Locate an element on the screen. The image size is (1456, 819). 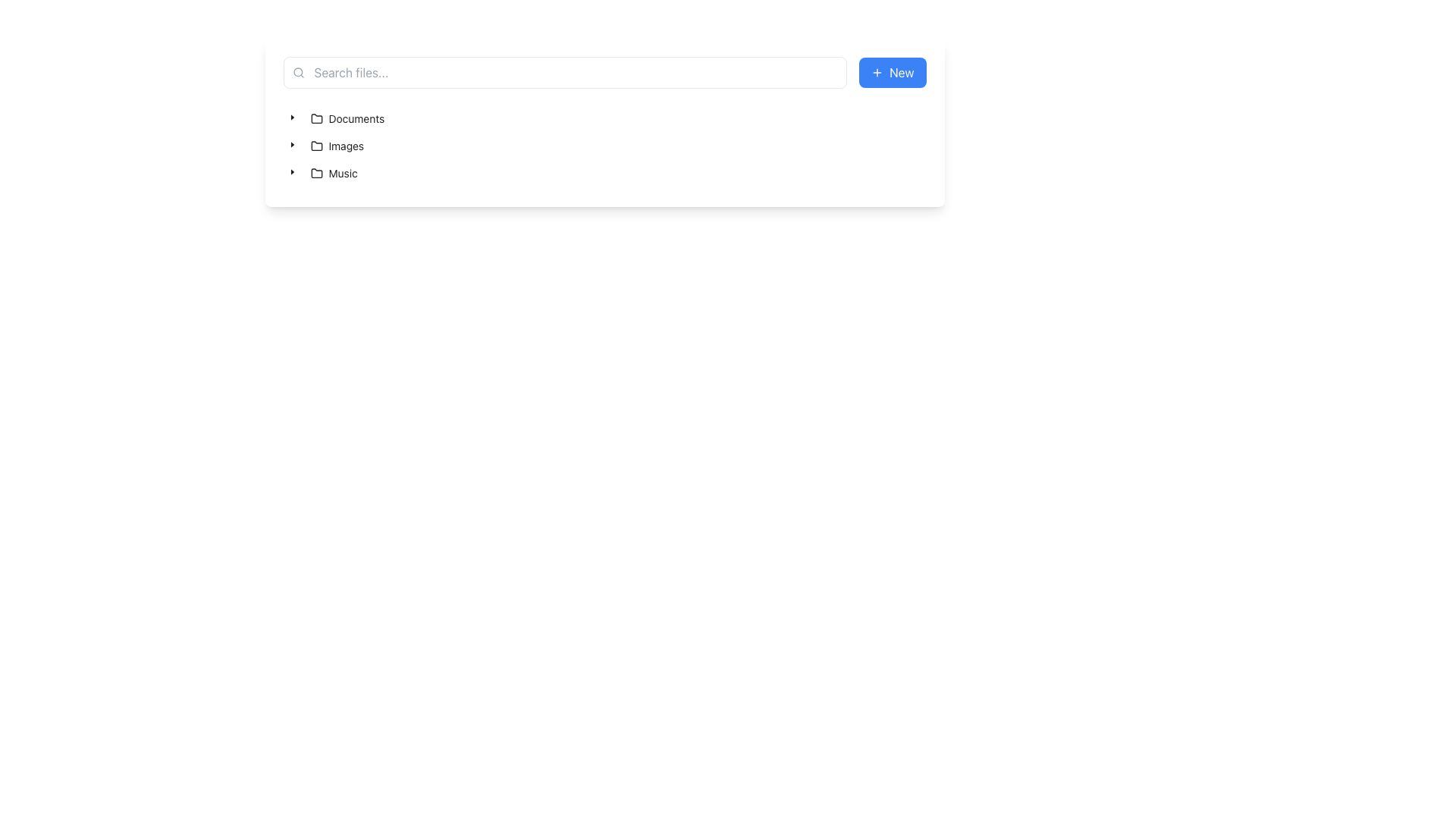
the interactive toggler icon to the left of the 'Documents' text label is located at coordinates (292, 117).